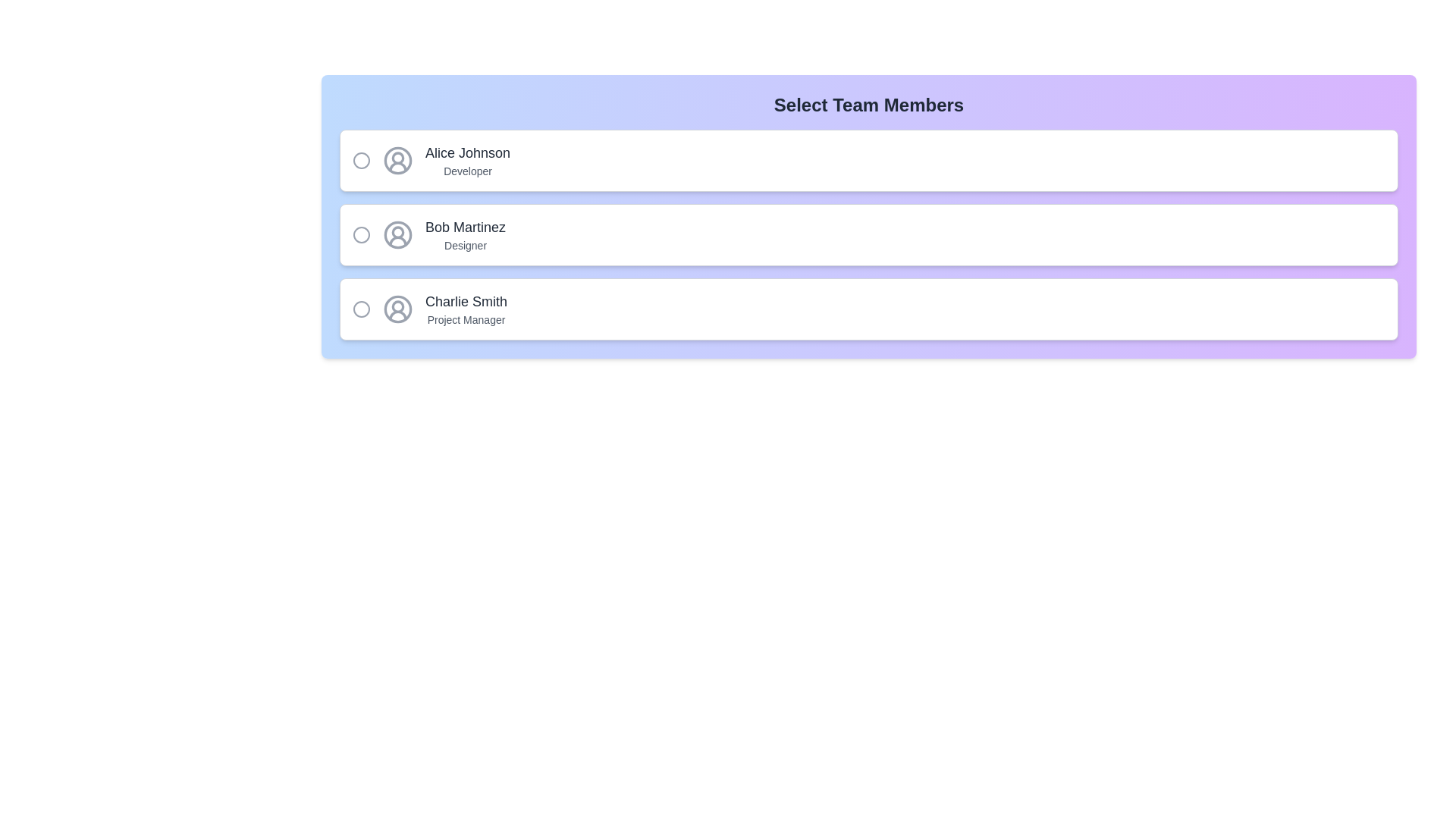 This screenshot has height=819, width=1456. I want to click on the text label displaying 'Project Manager' located below 'Charlie Smith' in the third card of a vertically stacked list, so click(465, 318).